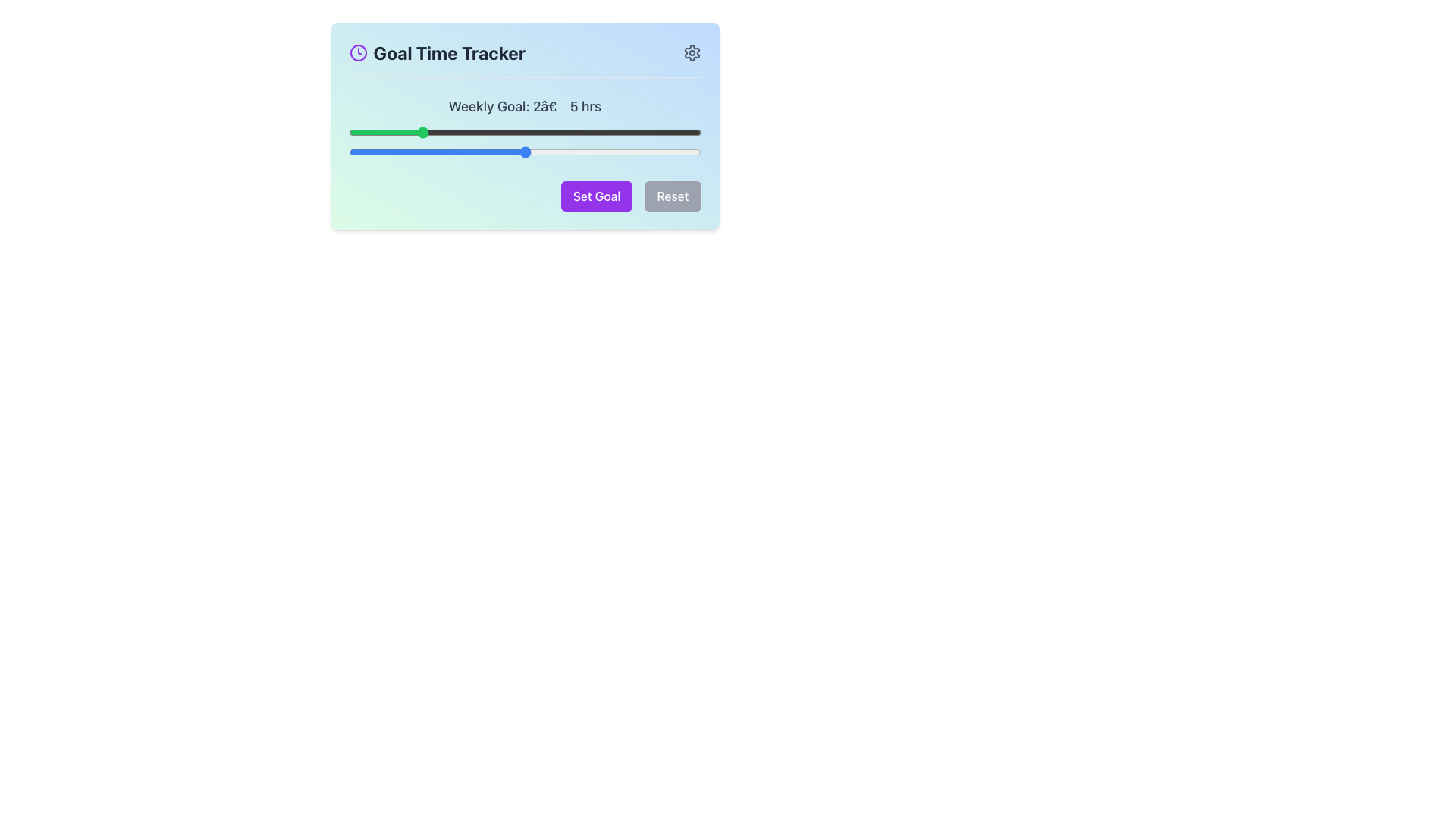  Describe the element at coordinates (691, 52) in the screenshot. I see `the gear-shaped icon located in the top-right corner next to 'Goal Time Tracker'` at that location.